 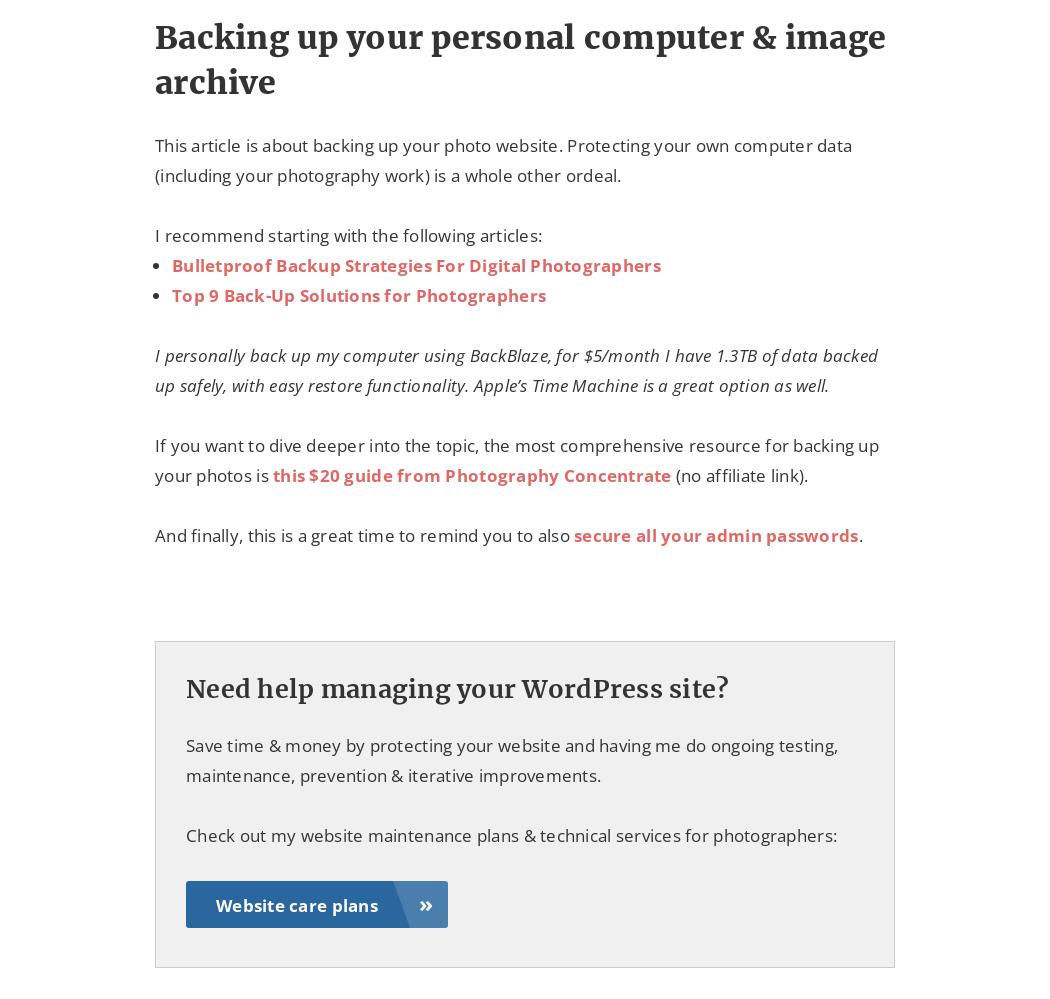 I want to click on '.', so click(x=859, y=534).